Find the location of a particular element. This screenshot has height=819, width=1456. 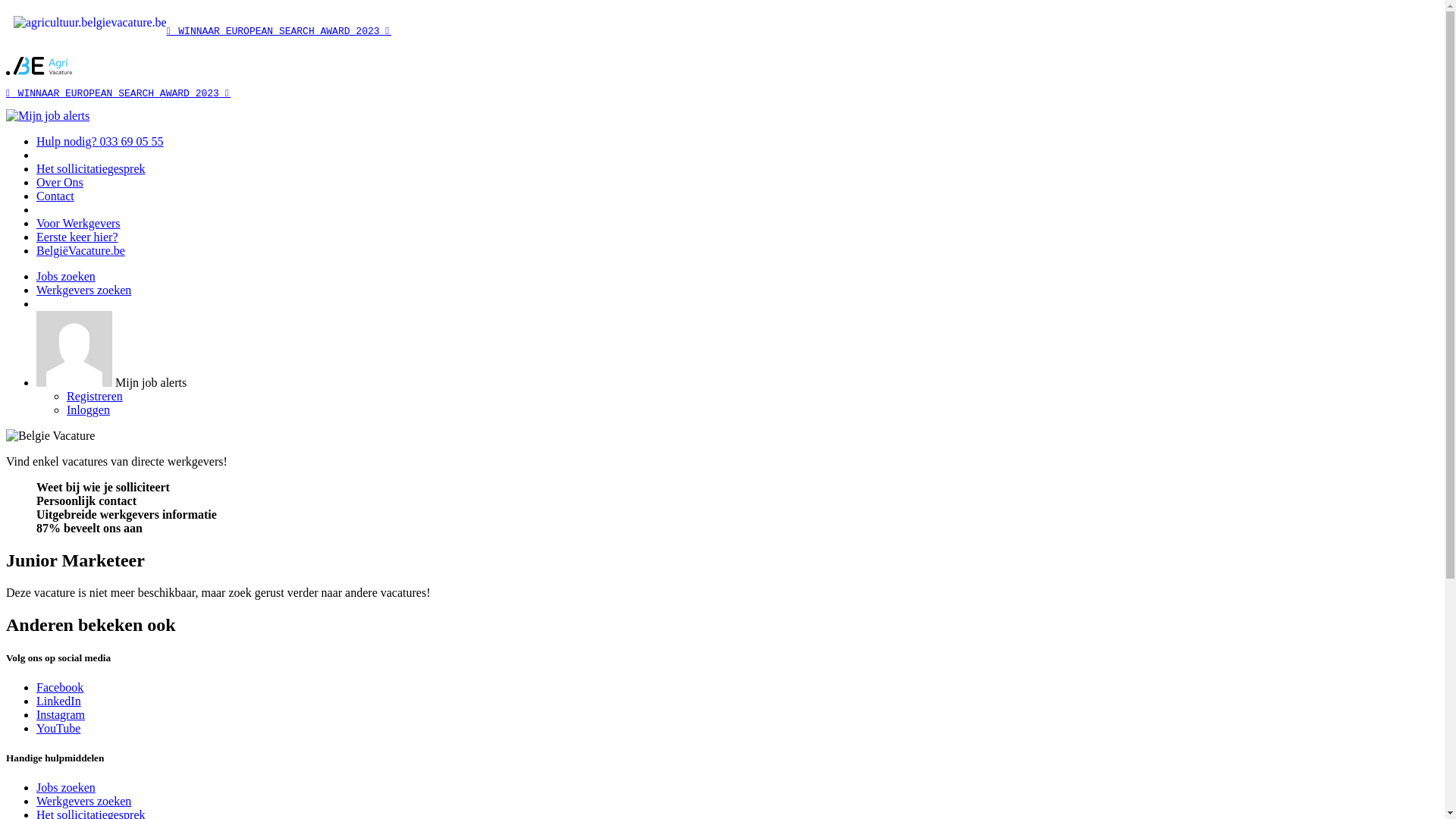

'Jobs zoeken' is located at coordinates (64, 786).